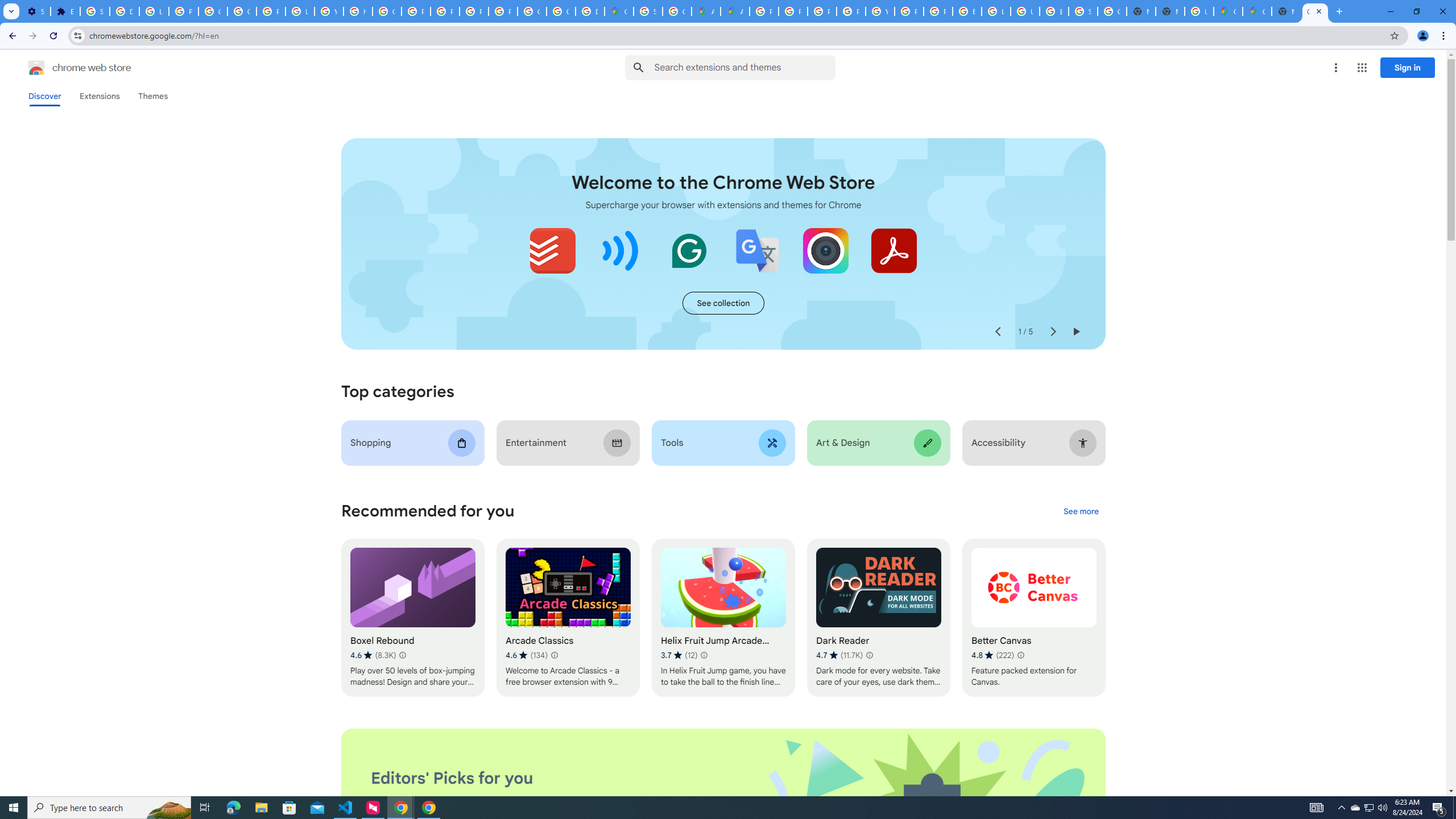  What do you see at coordinates (879, 11) in the screenshot?
I see `'YouTube'` at bounding box center [879, 11].